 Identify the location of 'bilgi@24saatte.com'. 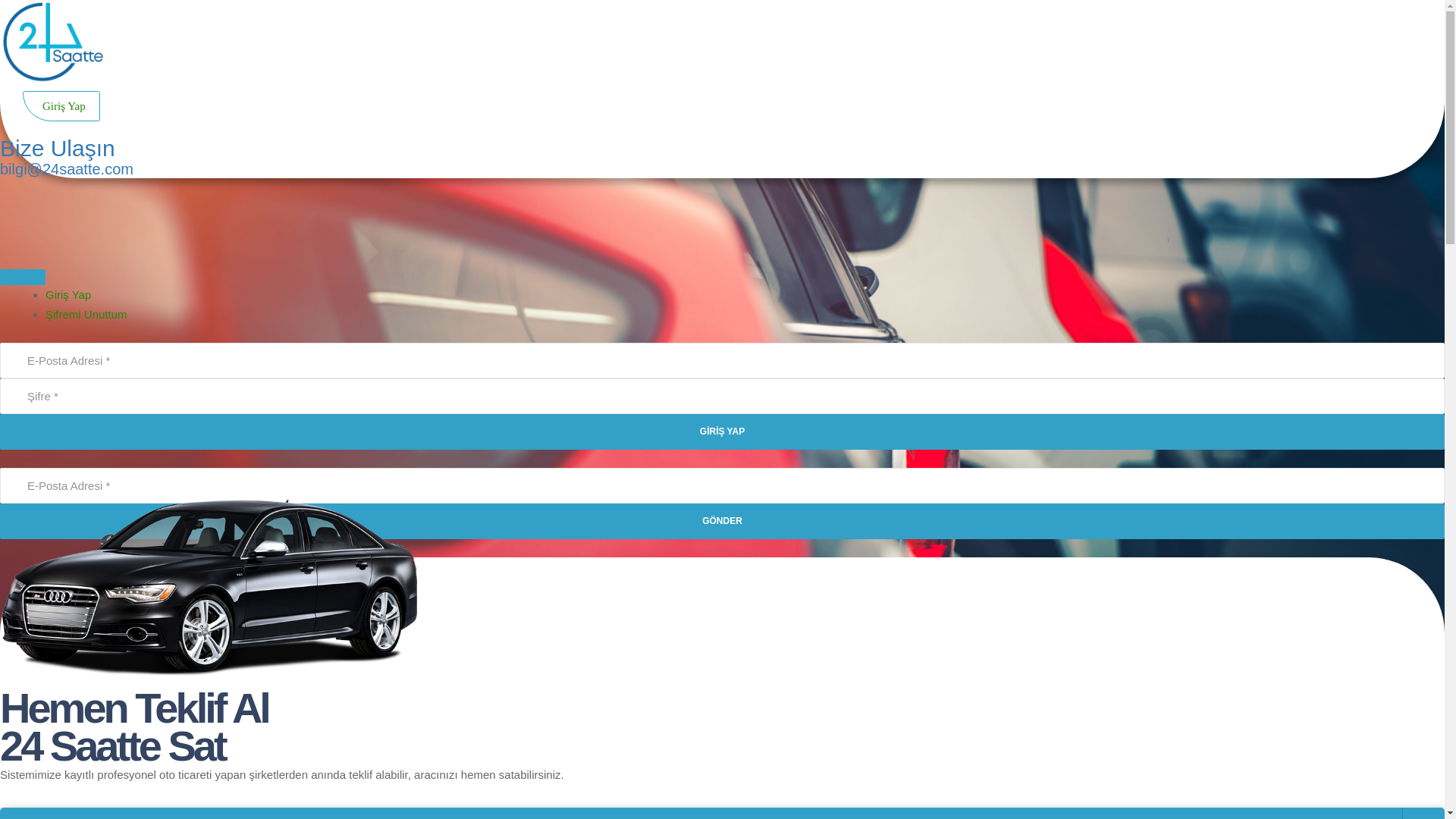
(0, 169).